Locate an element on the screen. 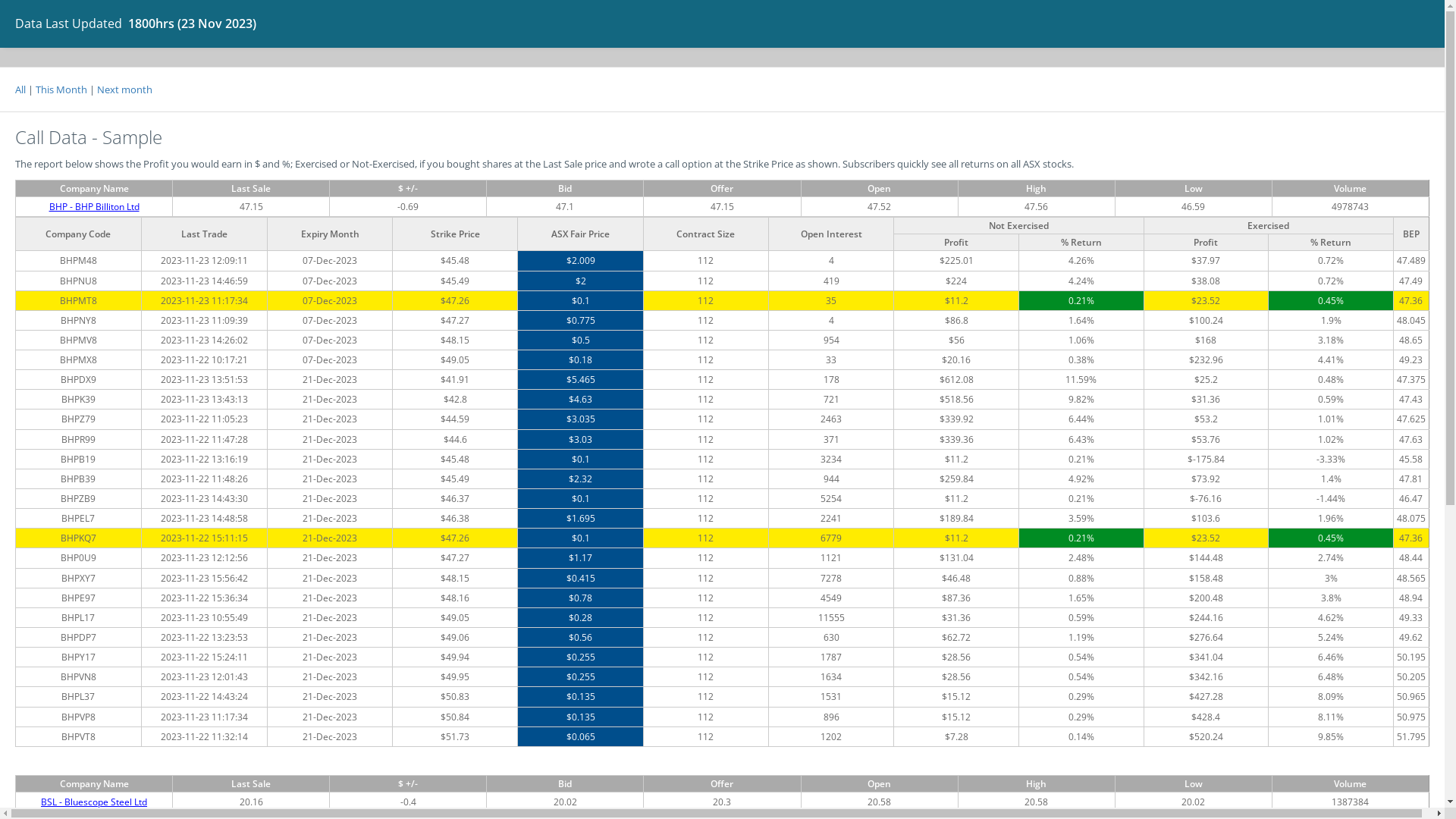 This screenshot has width=1456, height=819. 'This Month' is located at coordinates (61, 89).